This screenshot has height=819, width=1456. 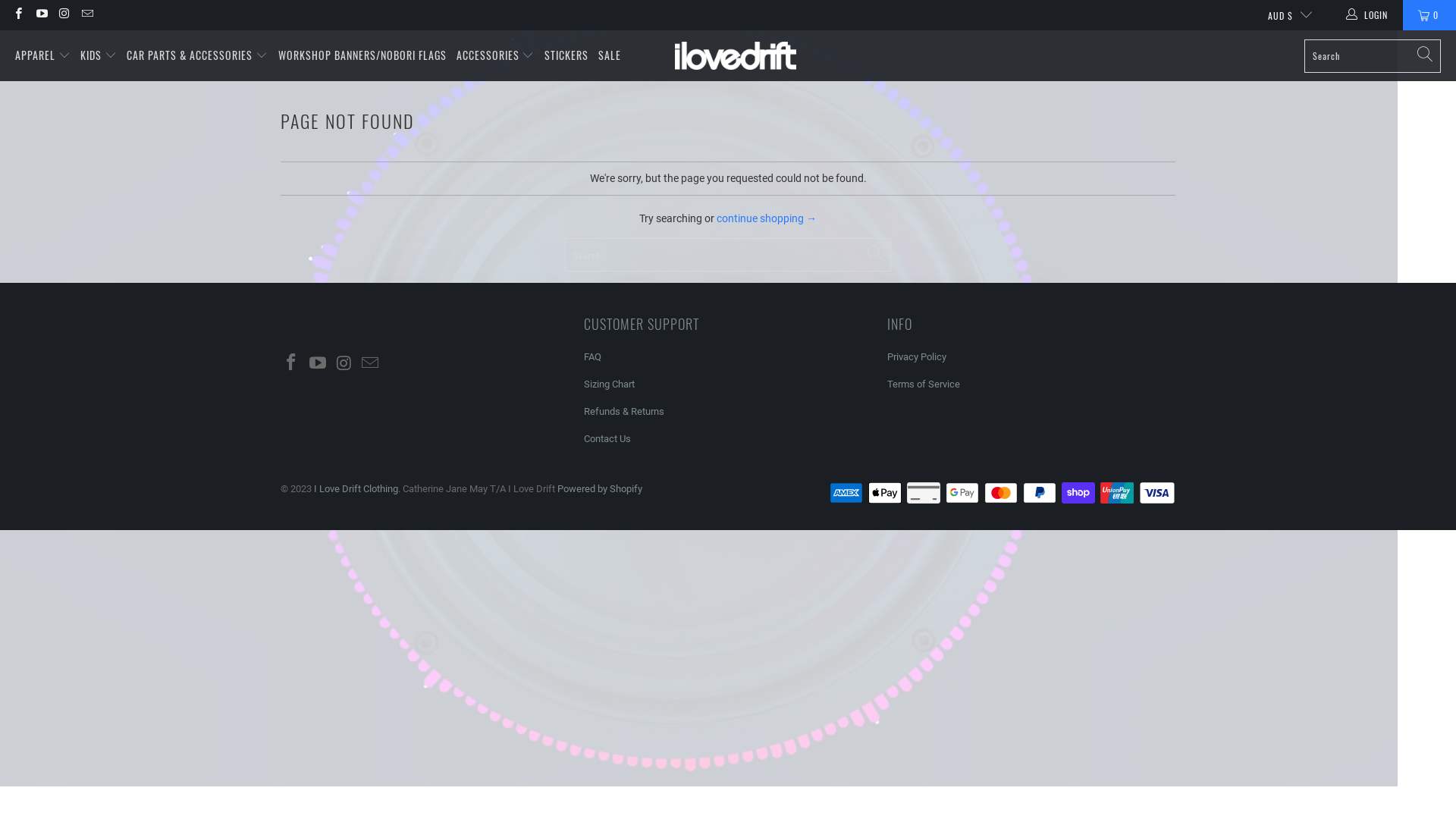 What do you see at coordinates (609, 383) in the screenshot?
I see `'Sizing Chart'` at bounding box center [609, 383].